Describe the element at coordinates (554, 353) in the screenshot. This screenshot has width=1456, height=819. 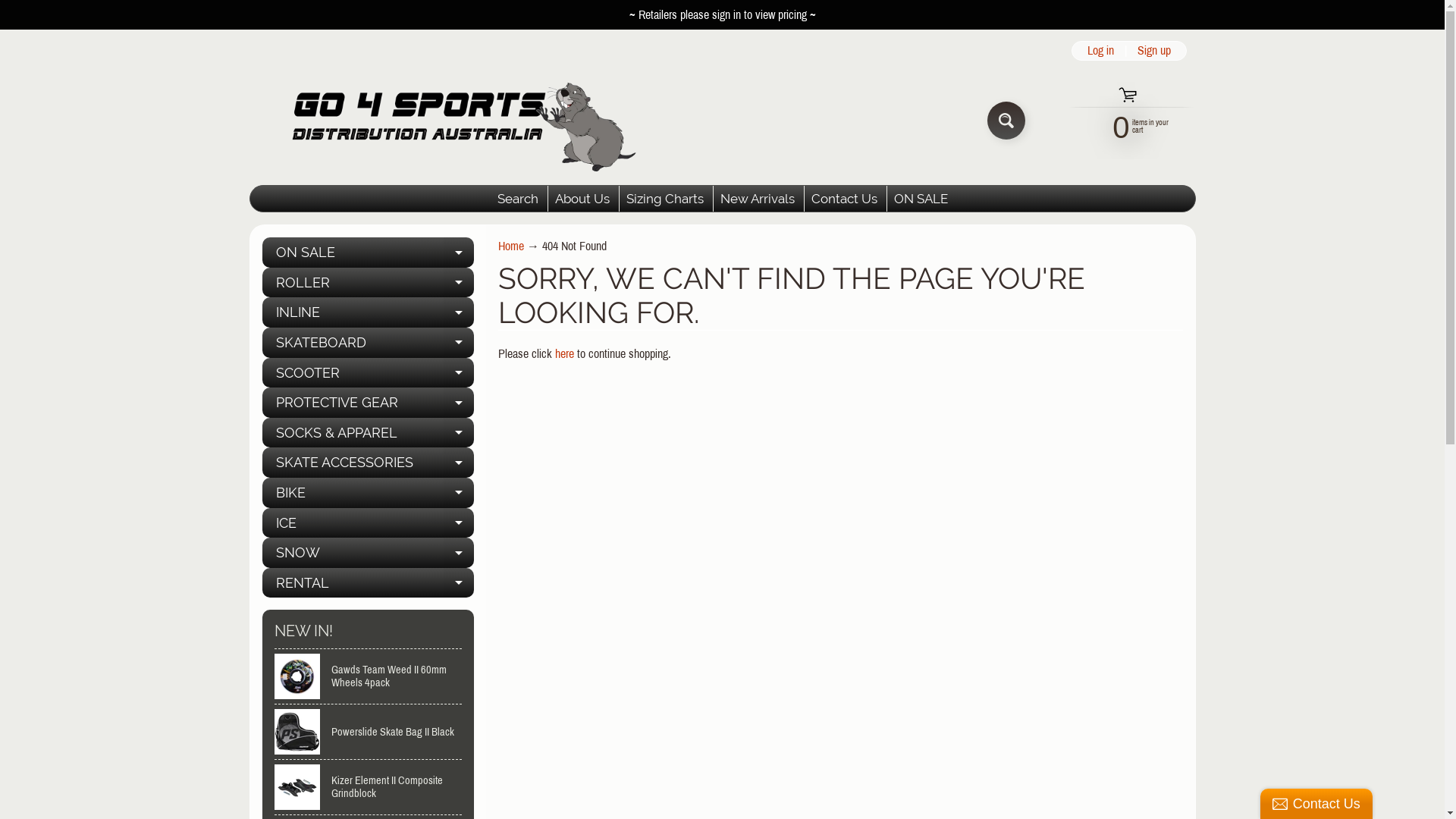
I see `'here'` at that location.